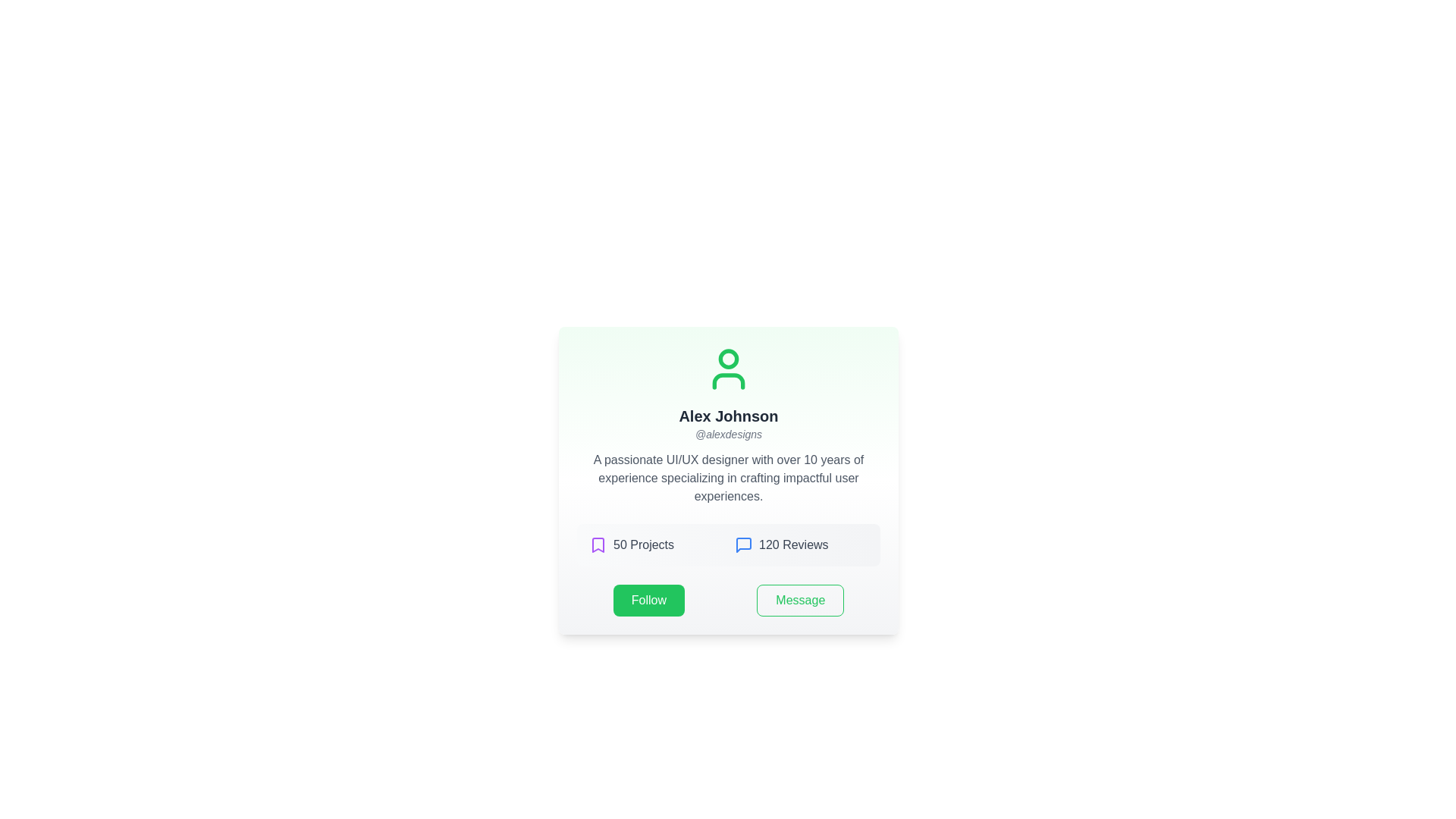 The height and width of the screenshot is (819, 1456). Describe the element at coordinates (800, 544) in the screenshot. I see `the review count display text label and icon pair, which is the second item in the grid layout positioned to the right of '50 Projects'` at that location.